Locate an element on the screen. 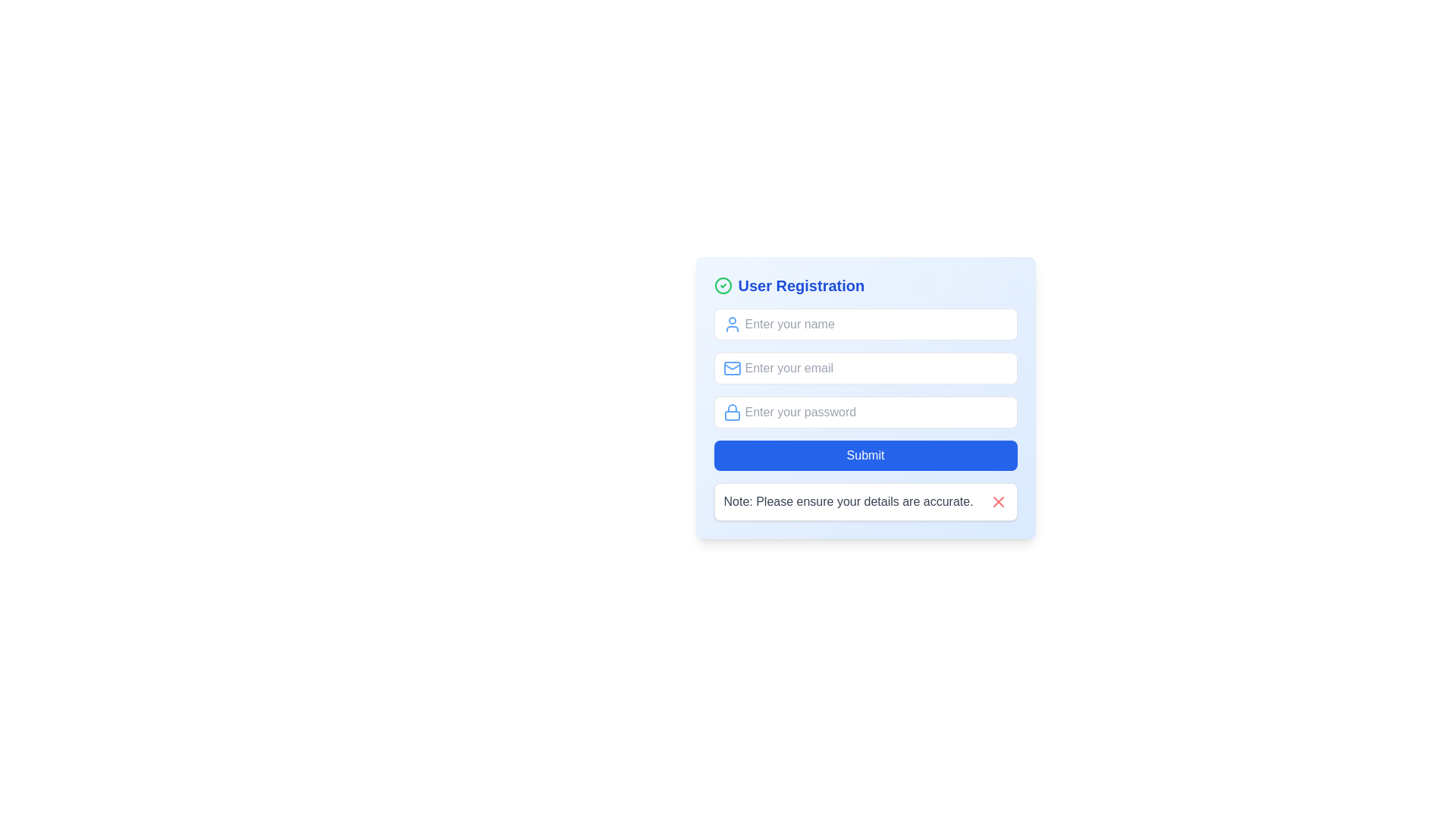  the notification box located at the bottom of the 'User Registration' form is located at coordinates (865, 502).